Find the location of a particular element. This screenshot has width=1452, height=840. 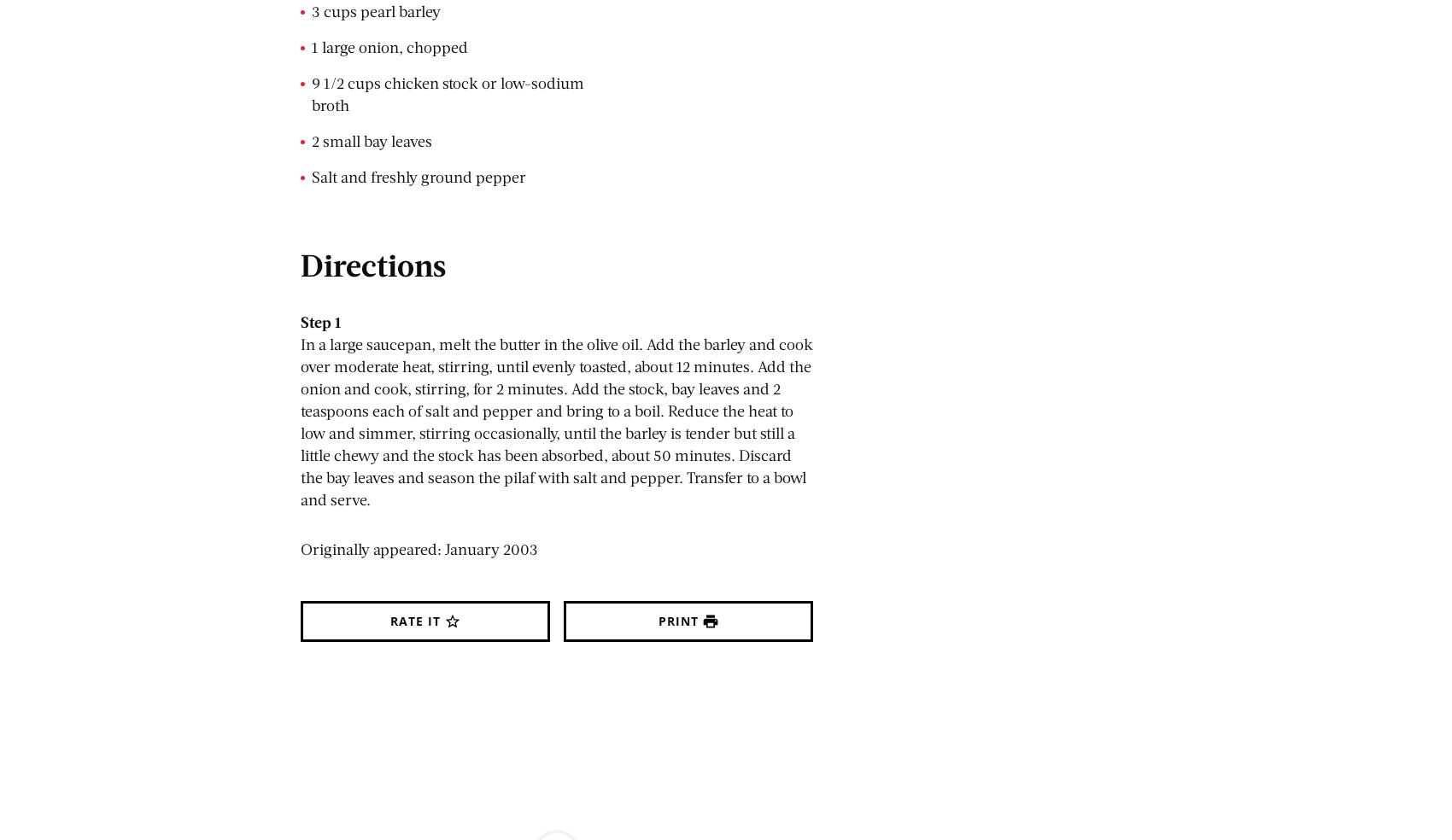

'Rate It' is located at coordinates (414, 621).